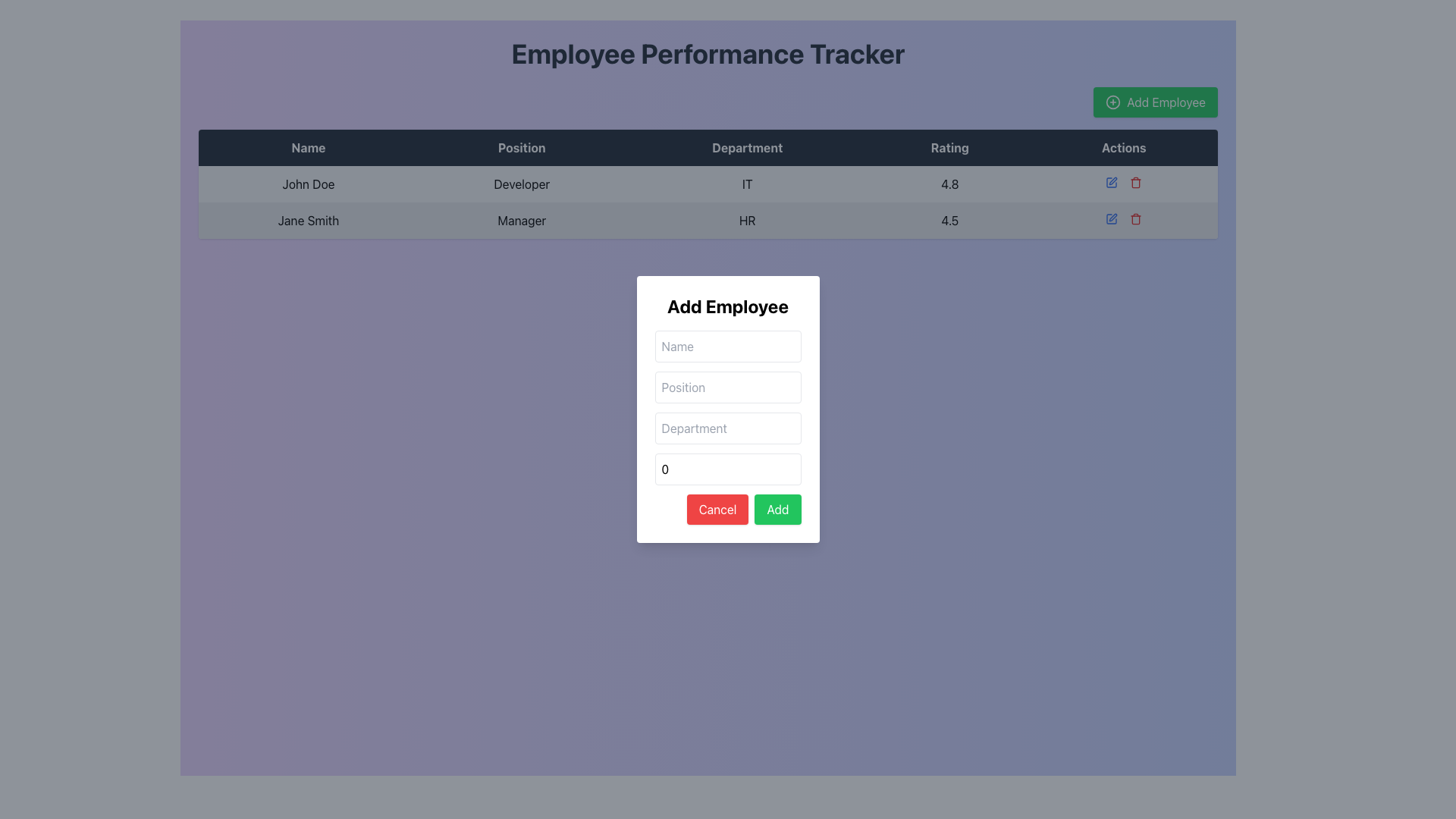  I want to click on square outline SVG icon located in the 'Actions' column of the second row in the 'Employee Performance Tracker' table using the developer tools, so click(1112, 219).